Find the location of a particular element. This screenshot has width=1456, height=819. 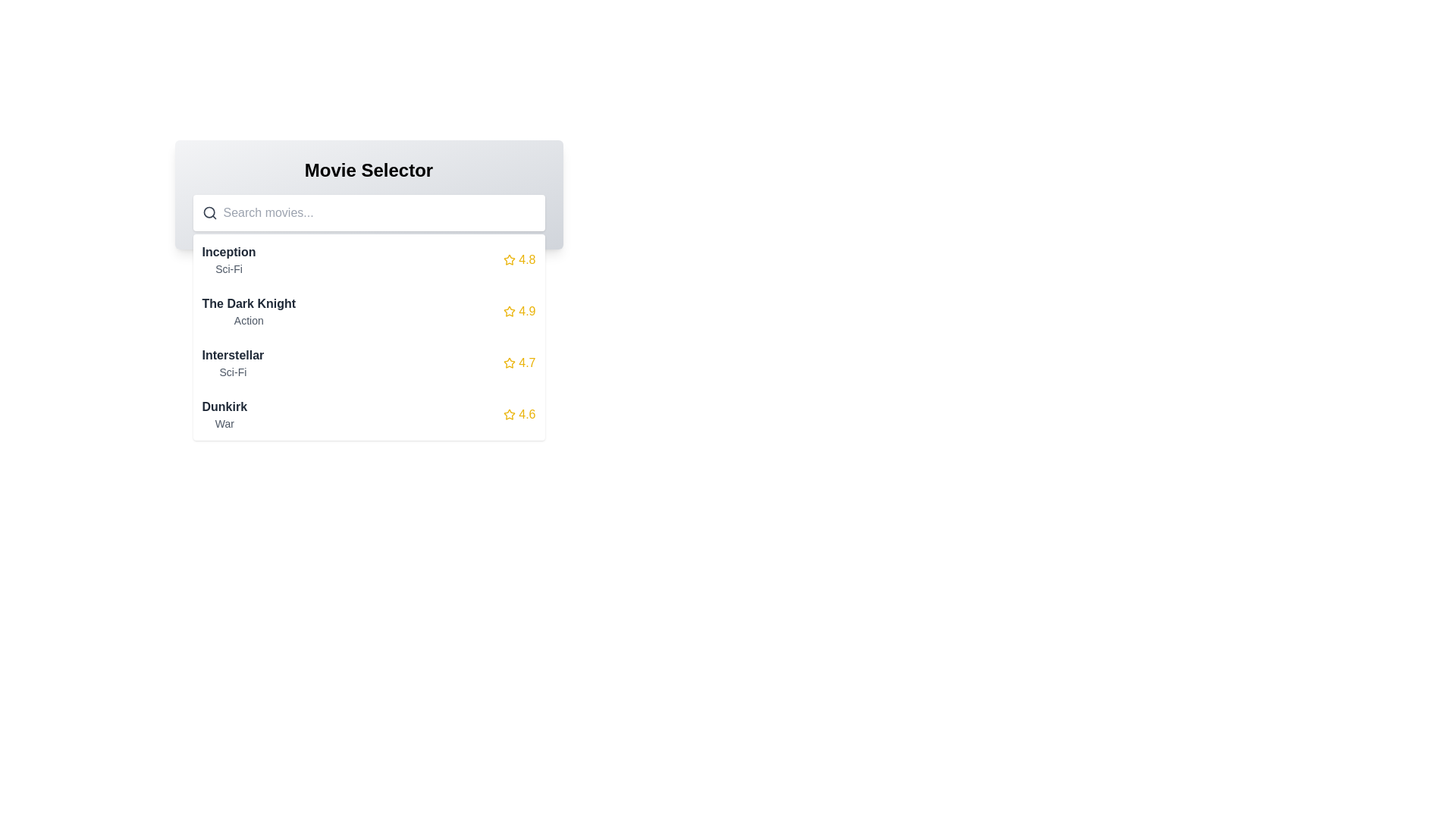

the text label displaying 'Action' located beneath the title 'The Dark Knight' in the 'Movie Selector' section is located at coordinates (249, 320).